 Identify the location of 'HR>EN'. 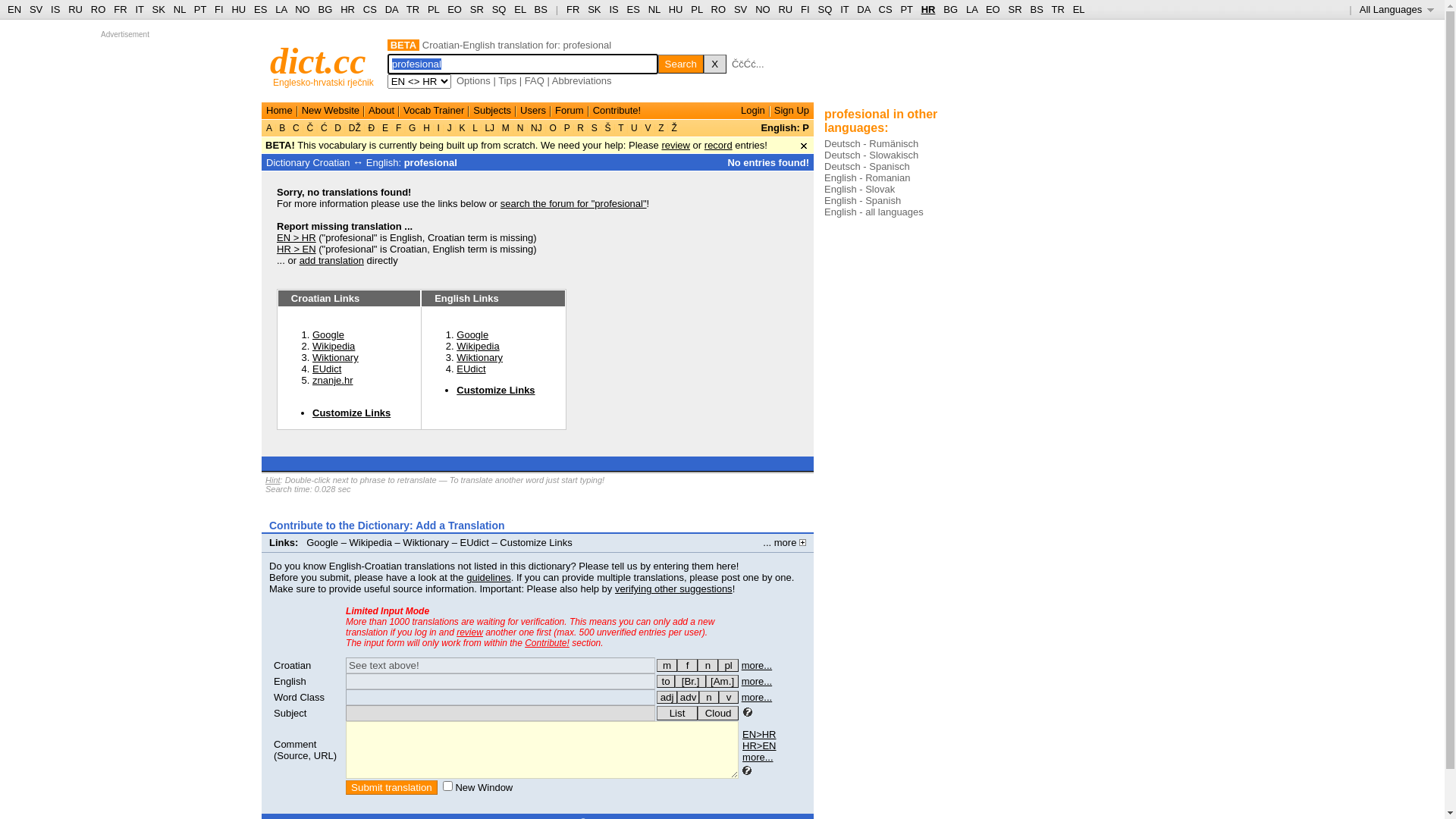
(759, 745).